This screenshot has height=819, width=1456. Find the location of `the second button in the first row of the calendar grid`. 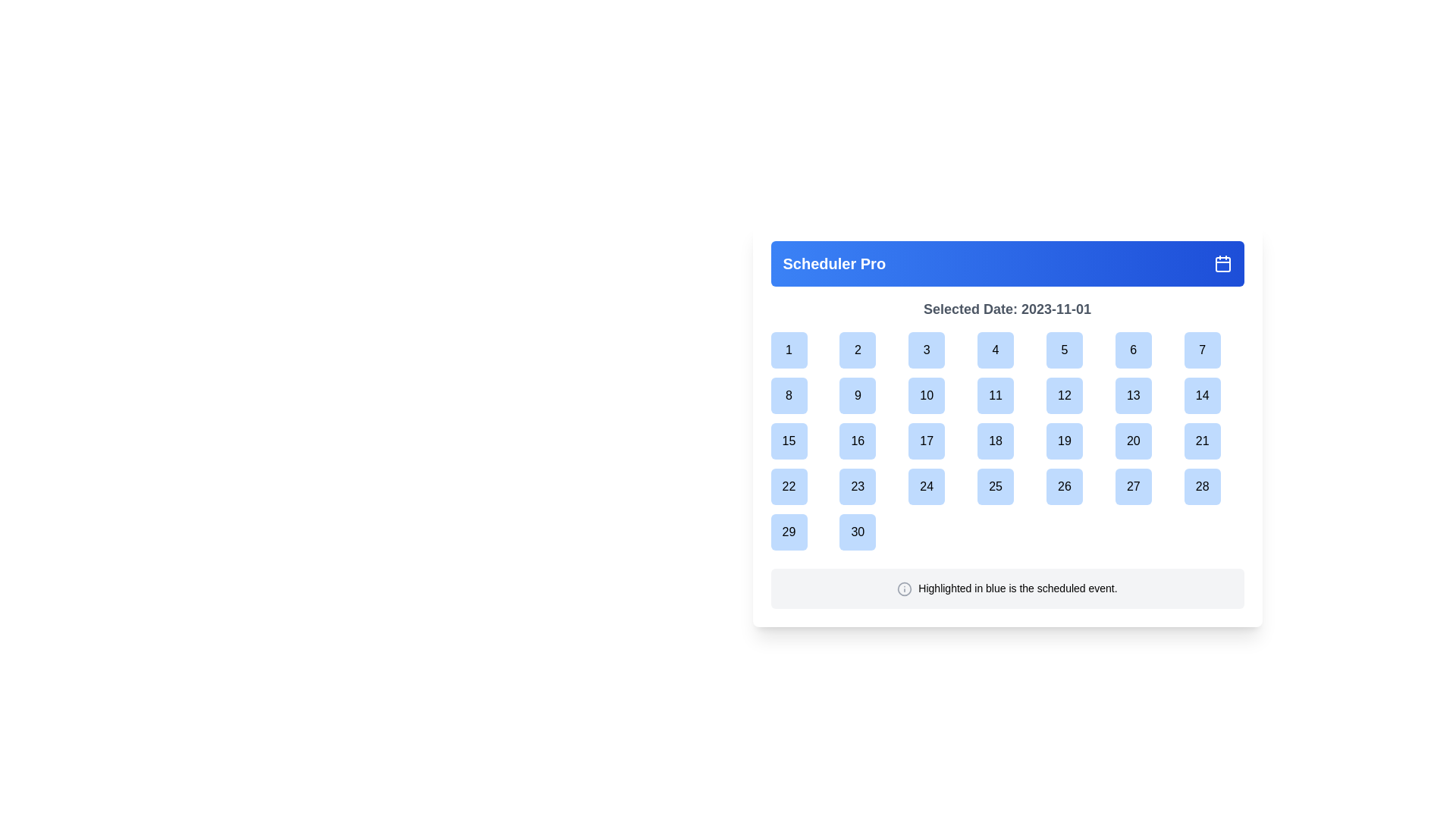

the second button in the first row of the calendar grid is located at coordinates (858, 350).